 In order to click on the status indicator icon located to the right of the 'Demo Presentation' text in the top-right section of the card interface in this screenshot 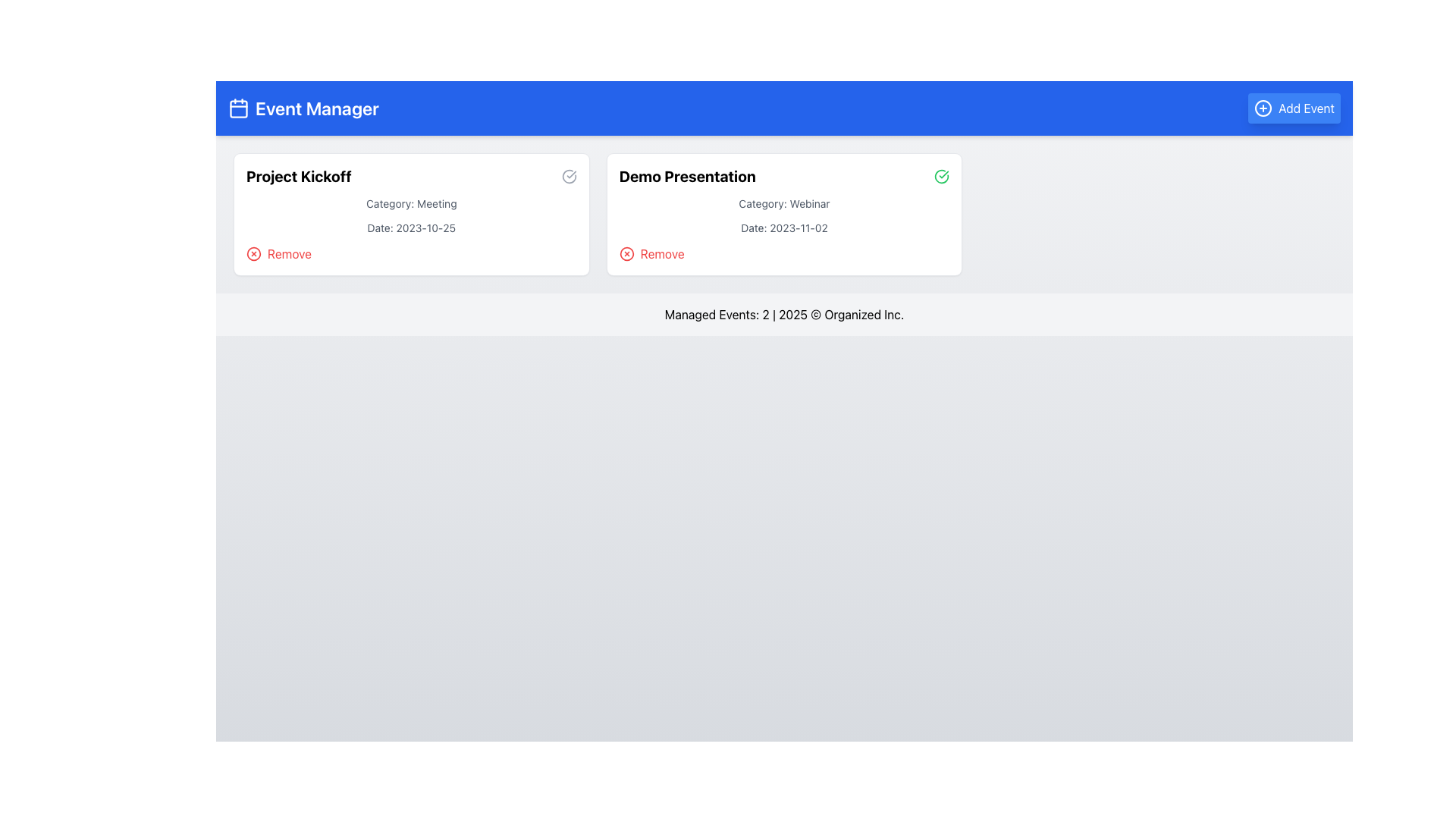, I will do `click(941, 175)`.